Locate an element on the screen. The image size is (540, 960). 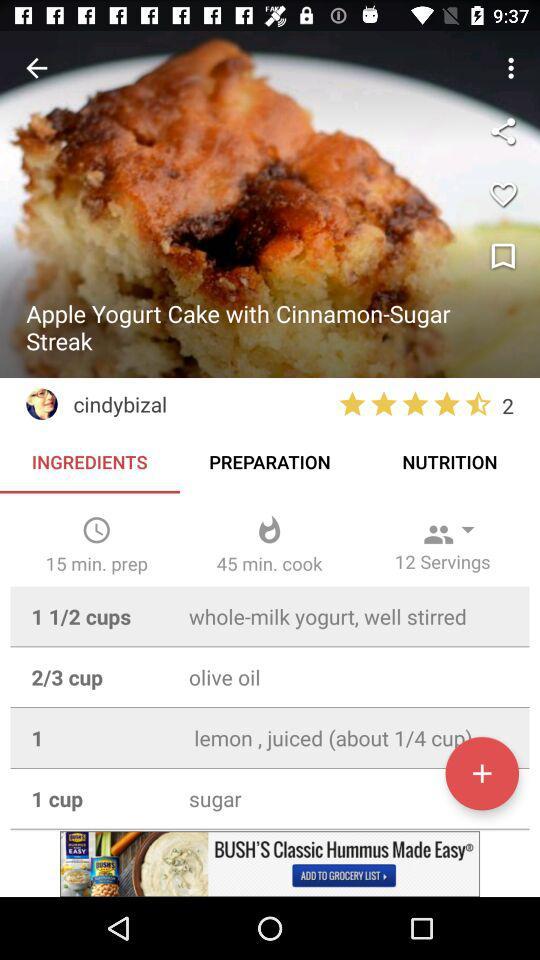
to my stuff is located at coordinates (481, 772).